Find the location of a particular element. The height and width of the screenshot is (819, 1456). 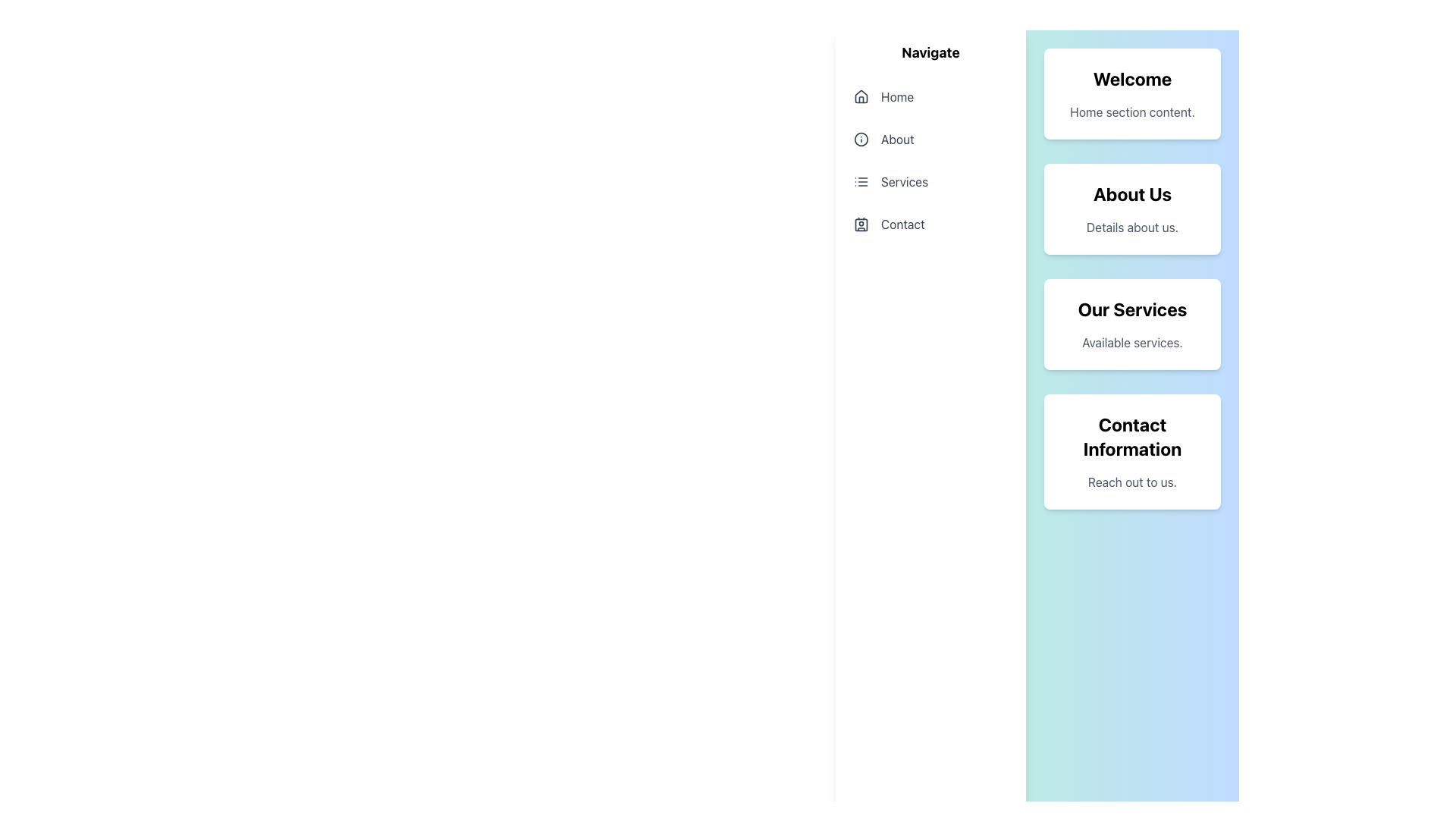

the 'About' text label in the vertical navigation menu, which is styled in a medium-sized font and is positioned next to an information icon is located at coordinates (897, 140).